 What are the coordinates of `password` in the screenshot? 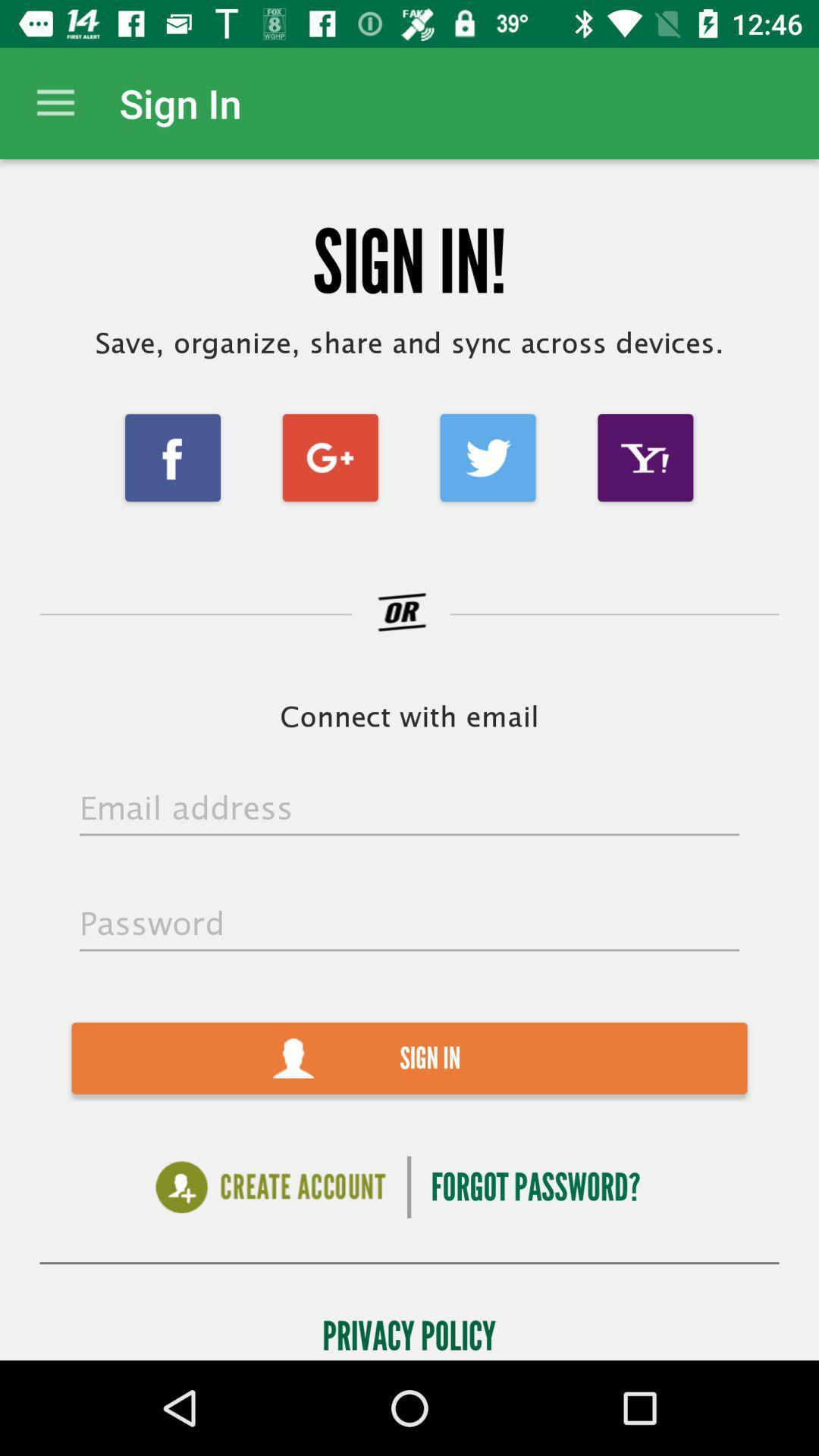 It's located at (409, 924).